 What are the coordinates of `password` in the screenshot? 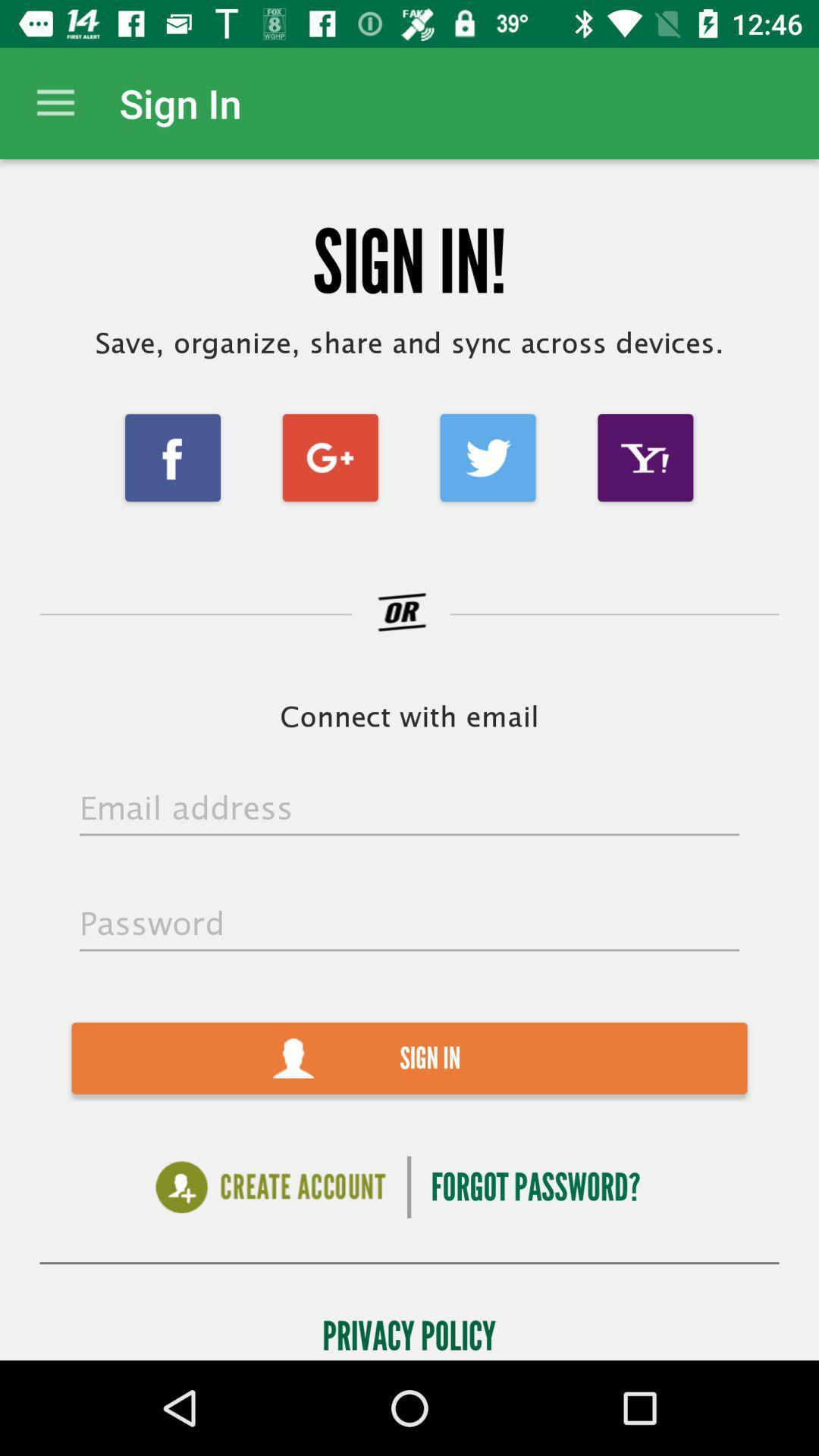 It's located at (409, 924).